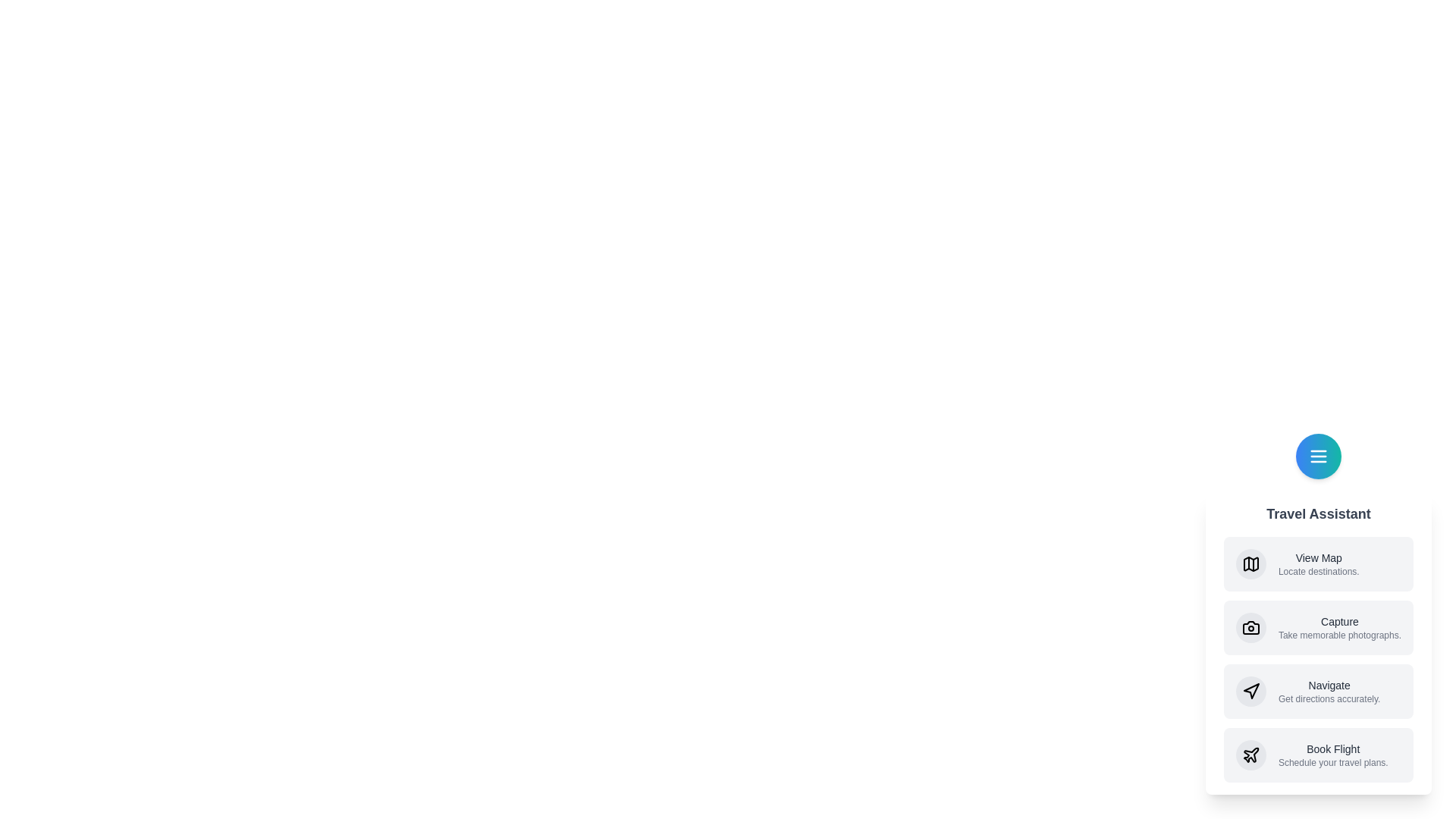 The image size is (1456, 819). What do you see at coordinates (1332, 755) in the screenshot?
I see `the 'Book Flight' option to activate it` at bounding box center [1332, 755].